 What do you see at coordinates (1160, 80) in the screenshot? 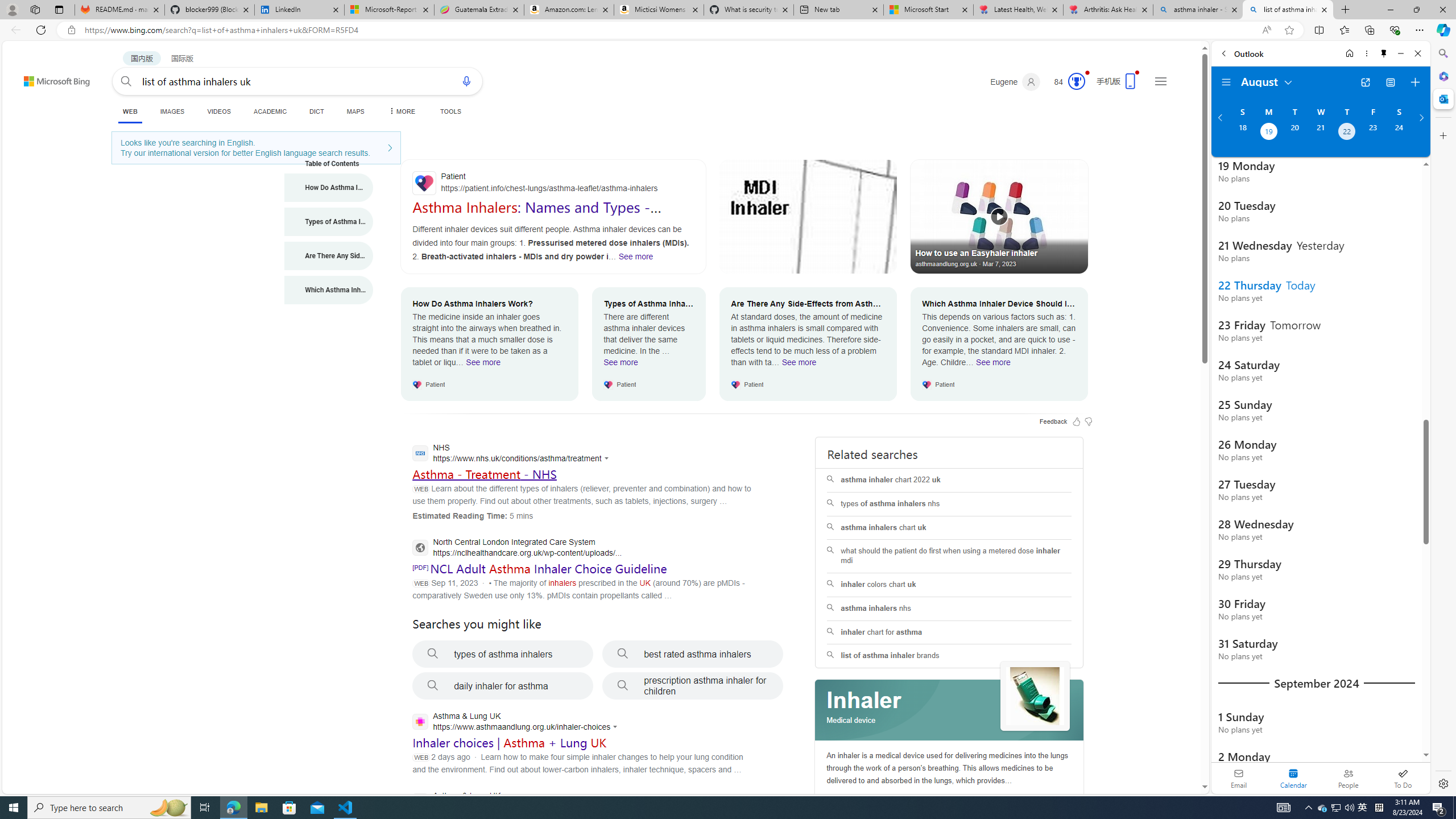
I see `'Settings and quick links'` at bounding box center [1160, 80].